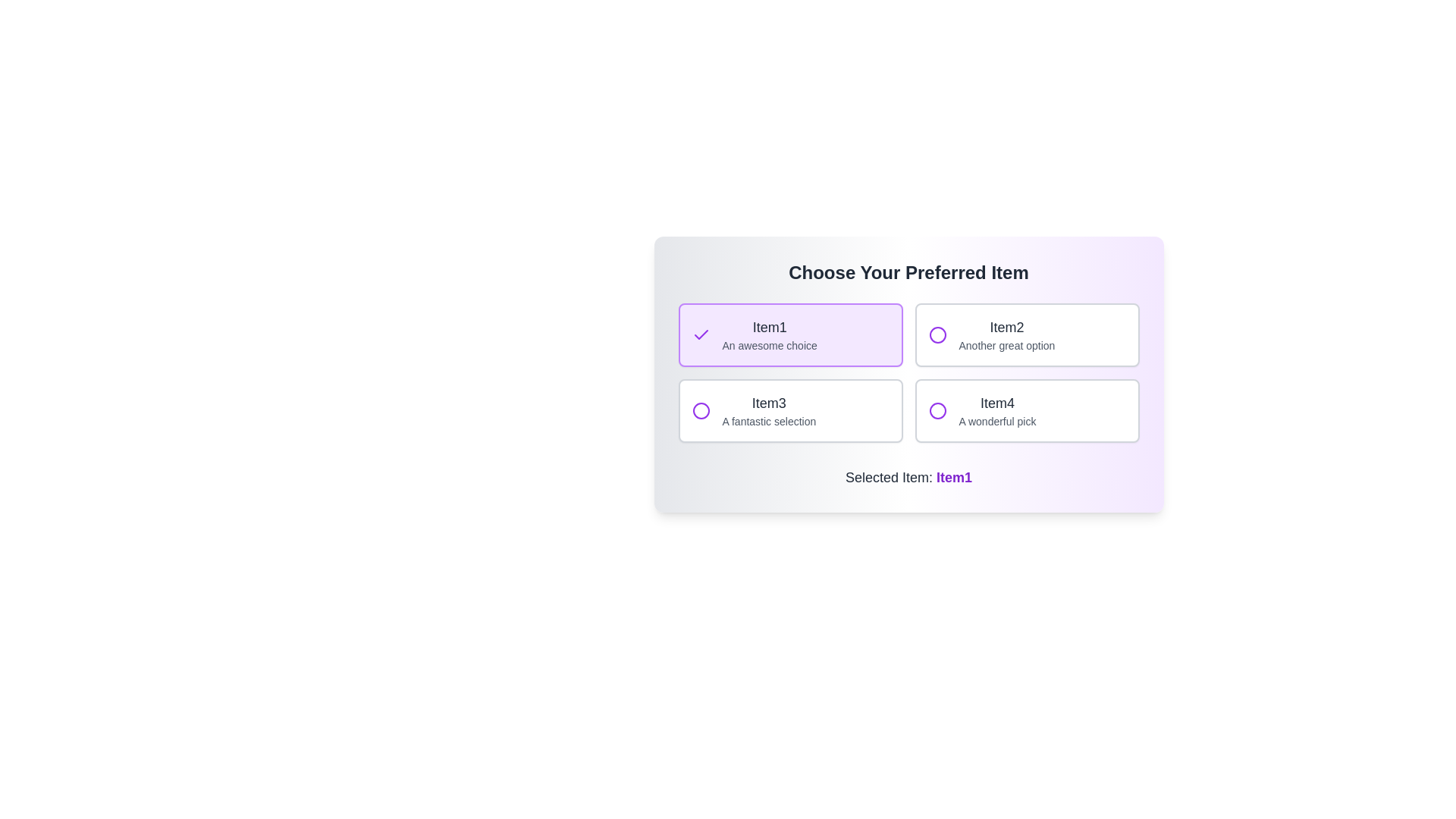 This screenshot has height=819, width=1456. What do you see at coordinates (937, 411) in the screenshot?
I see `the unselected purple radio button for 'Item4' labeled 'A wonderful pick'` at bounding box center [937, 411].